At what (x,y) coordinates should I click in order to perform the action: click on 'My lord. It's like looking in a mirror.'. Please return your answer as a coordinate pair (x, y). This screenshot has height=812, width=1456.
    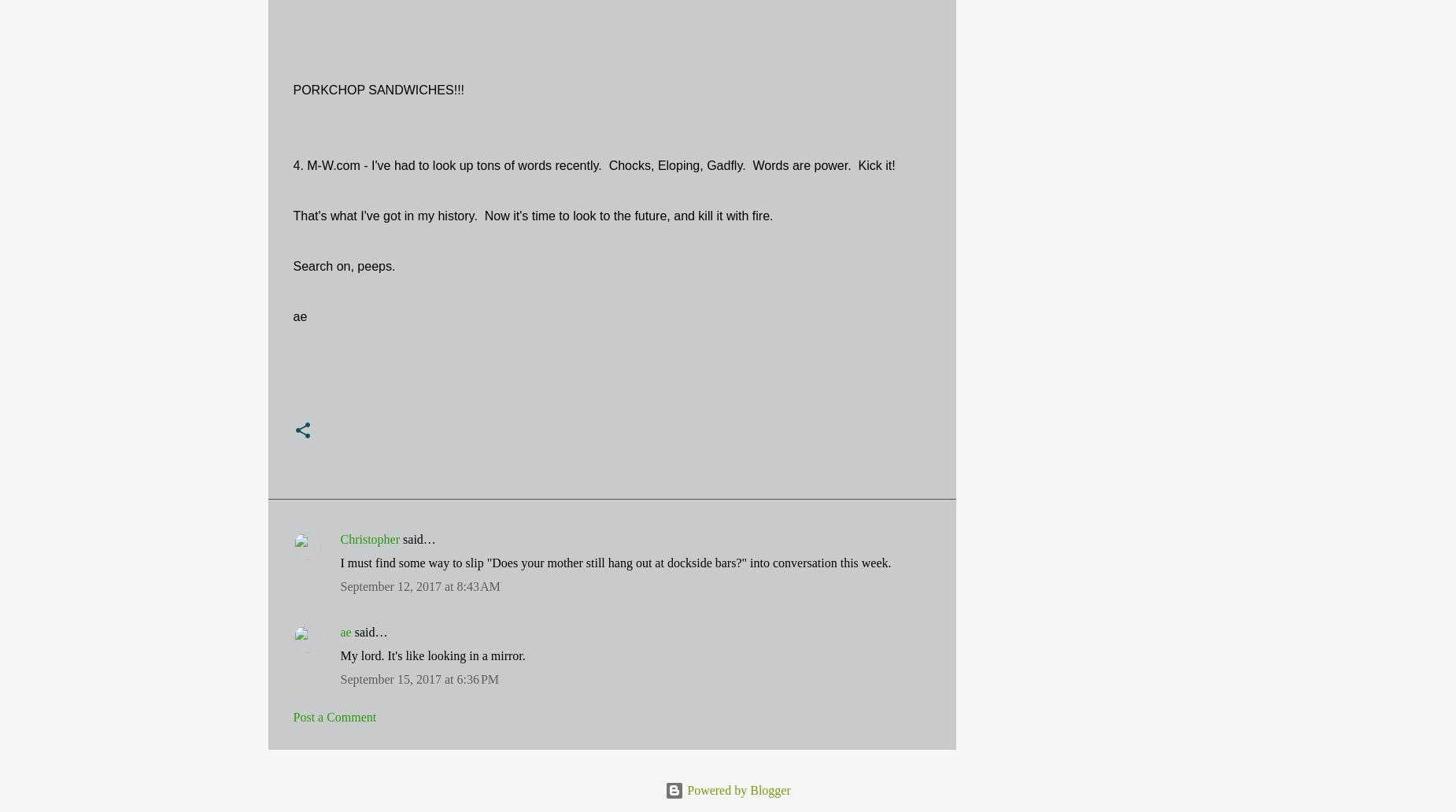
    Looking at the image, I should click on (432, 655).